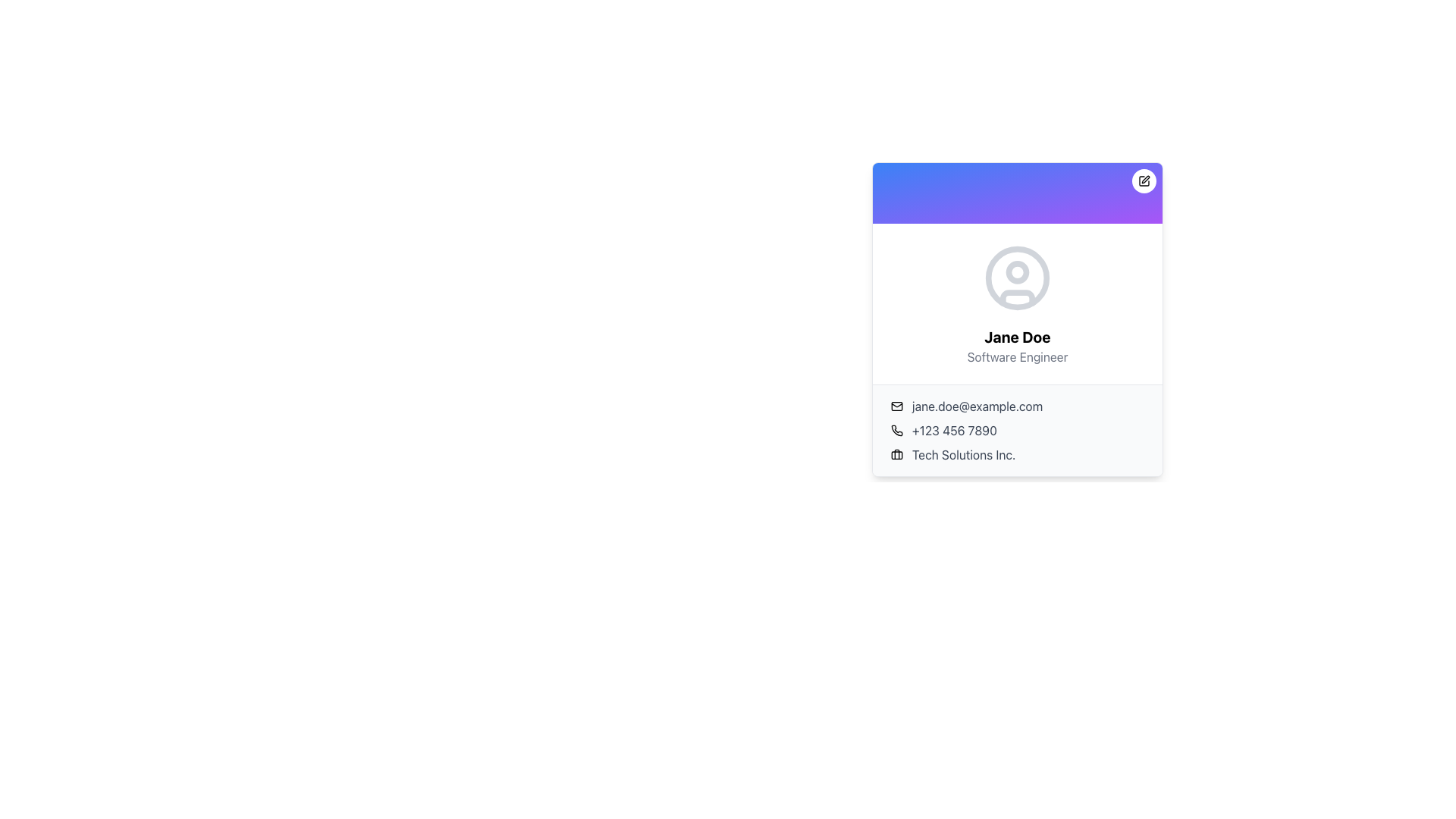  I want to click on the name header text located at the top-center of the personal card, below the profile image and above the 'Software Engineer' text, so click(1018, 336).